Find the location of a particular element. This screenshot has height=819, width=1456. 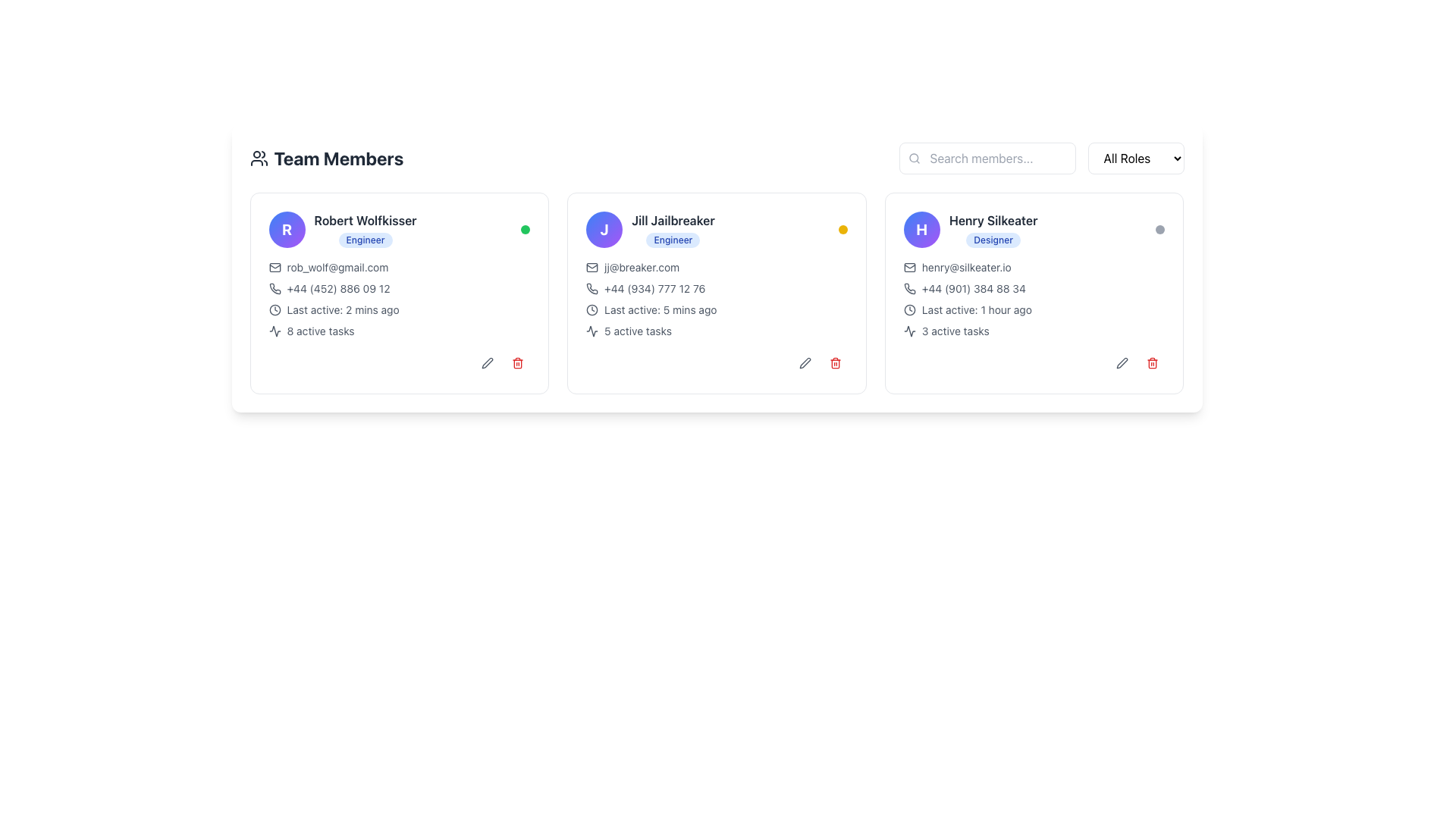

the phone icon located in the profile card of 'Jill Jailbreaker', which is represented in a vector graphic style with an outline design is located at coordinates (591, 289).